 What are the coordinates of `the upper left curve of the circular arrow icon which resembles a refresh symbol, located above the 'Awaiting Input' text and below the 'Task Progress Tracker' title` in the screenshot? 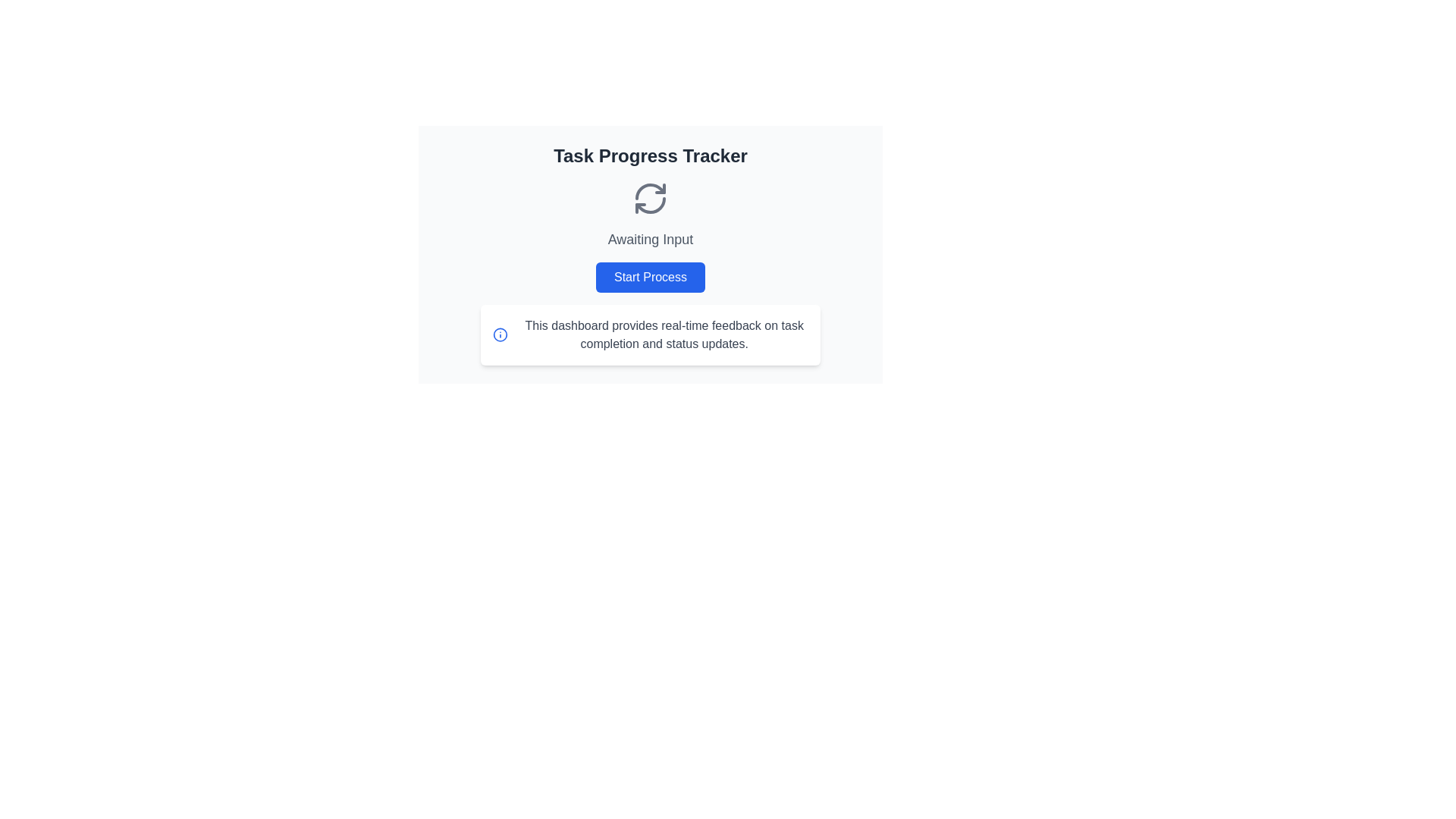 It's located at (651, 191).